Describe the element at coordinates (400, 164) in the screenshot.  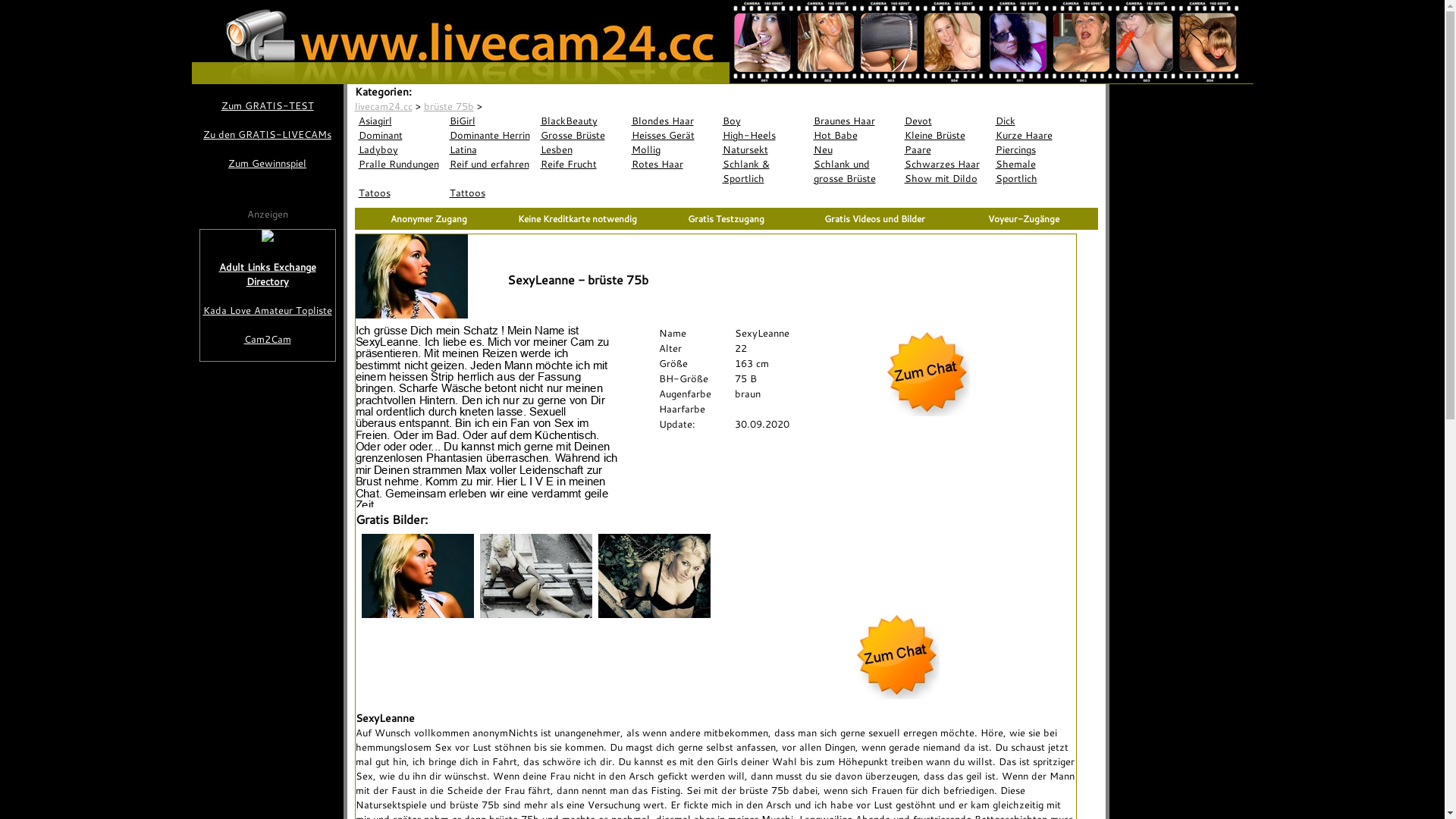
I see `'Pralle Rundungen'` at that location.